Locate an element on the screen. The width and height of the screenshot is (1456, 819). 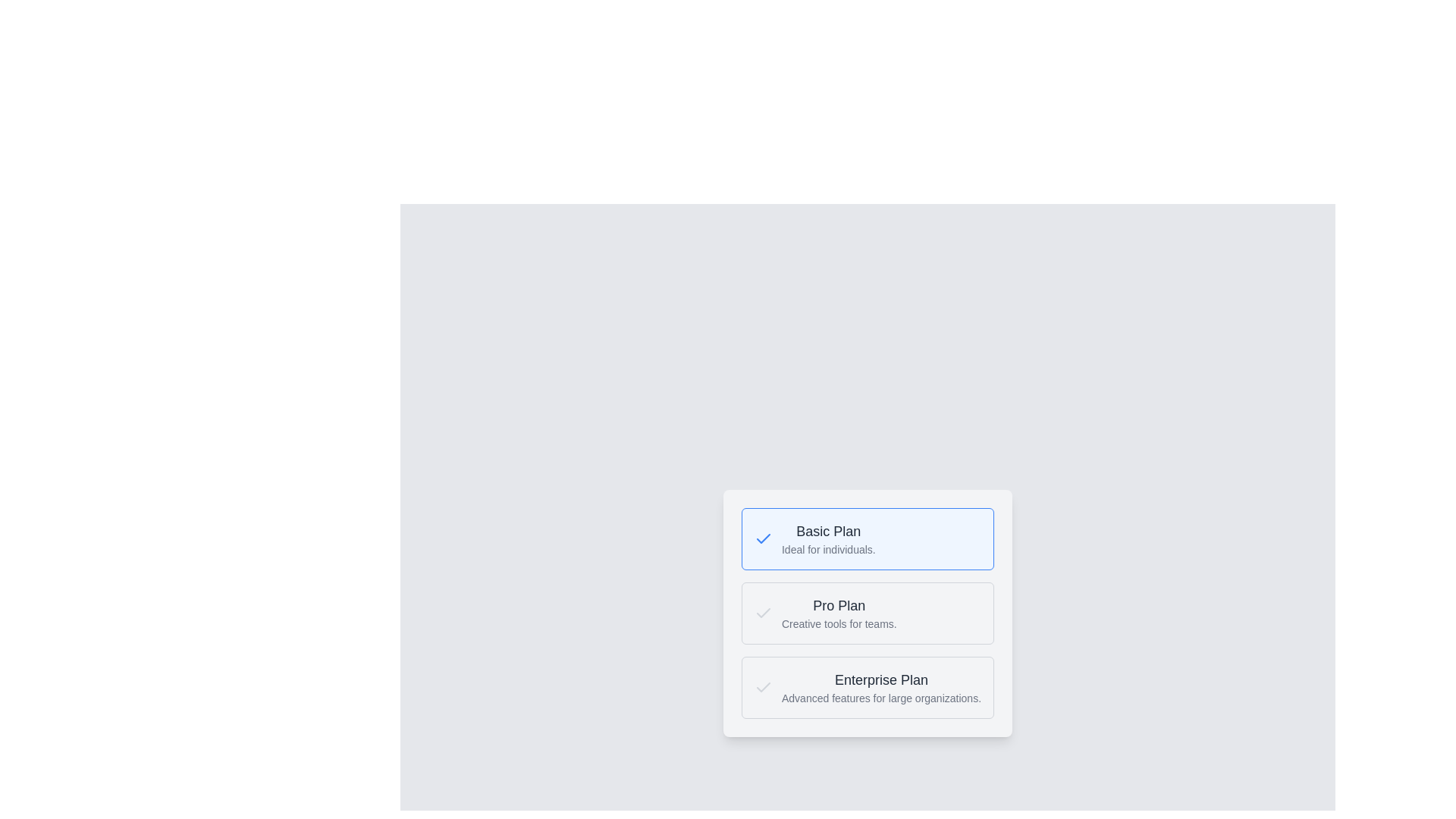
the subscription plan tier is located at coordinates (838, 604).